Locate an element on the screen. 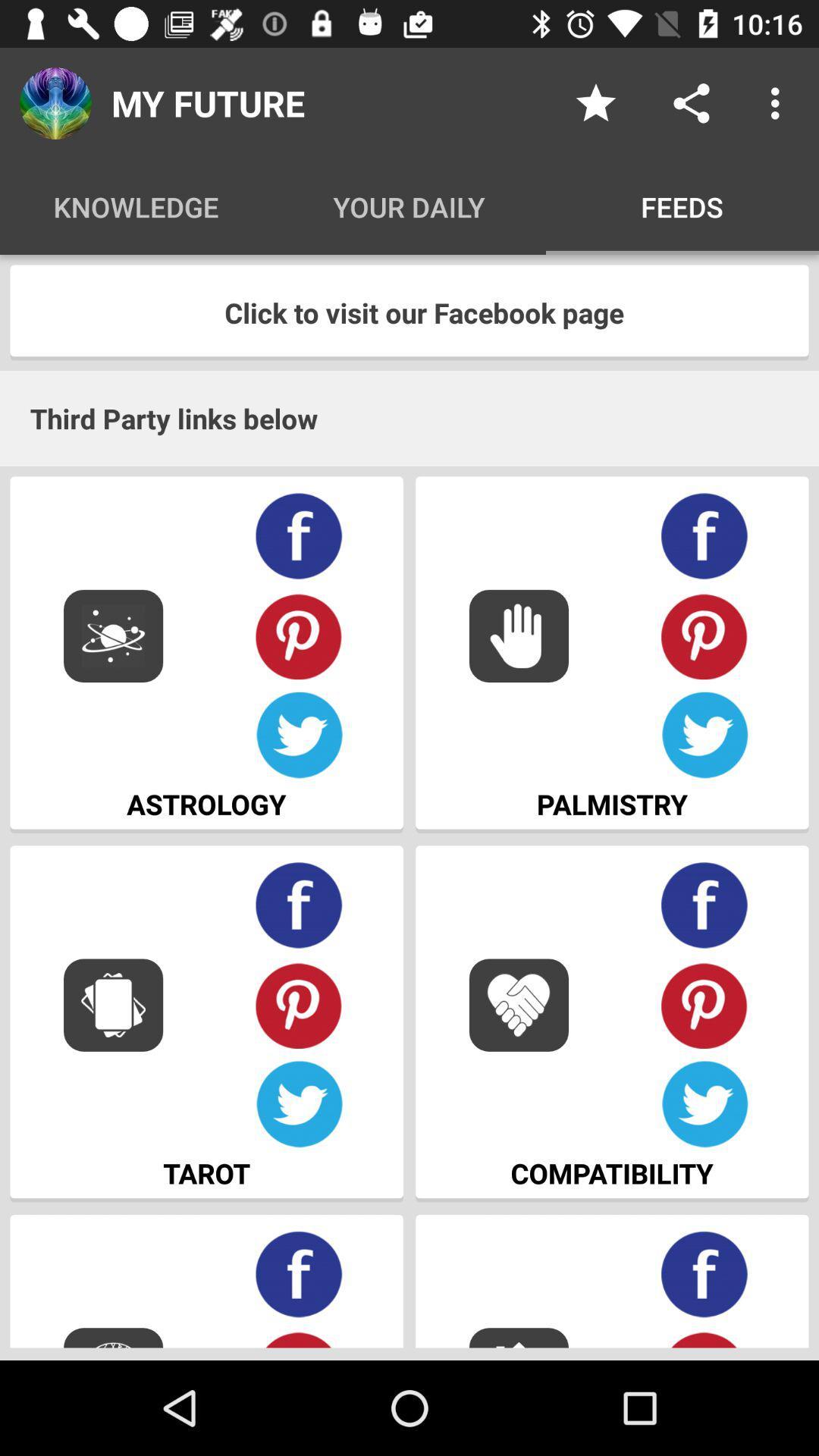 The height and width of the screenshot is (1456, 819). share is located at coordinates (691, 102).